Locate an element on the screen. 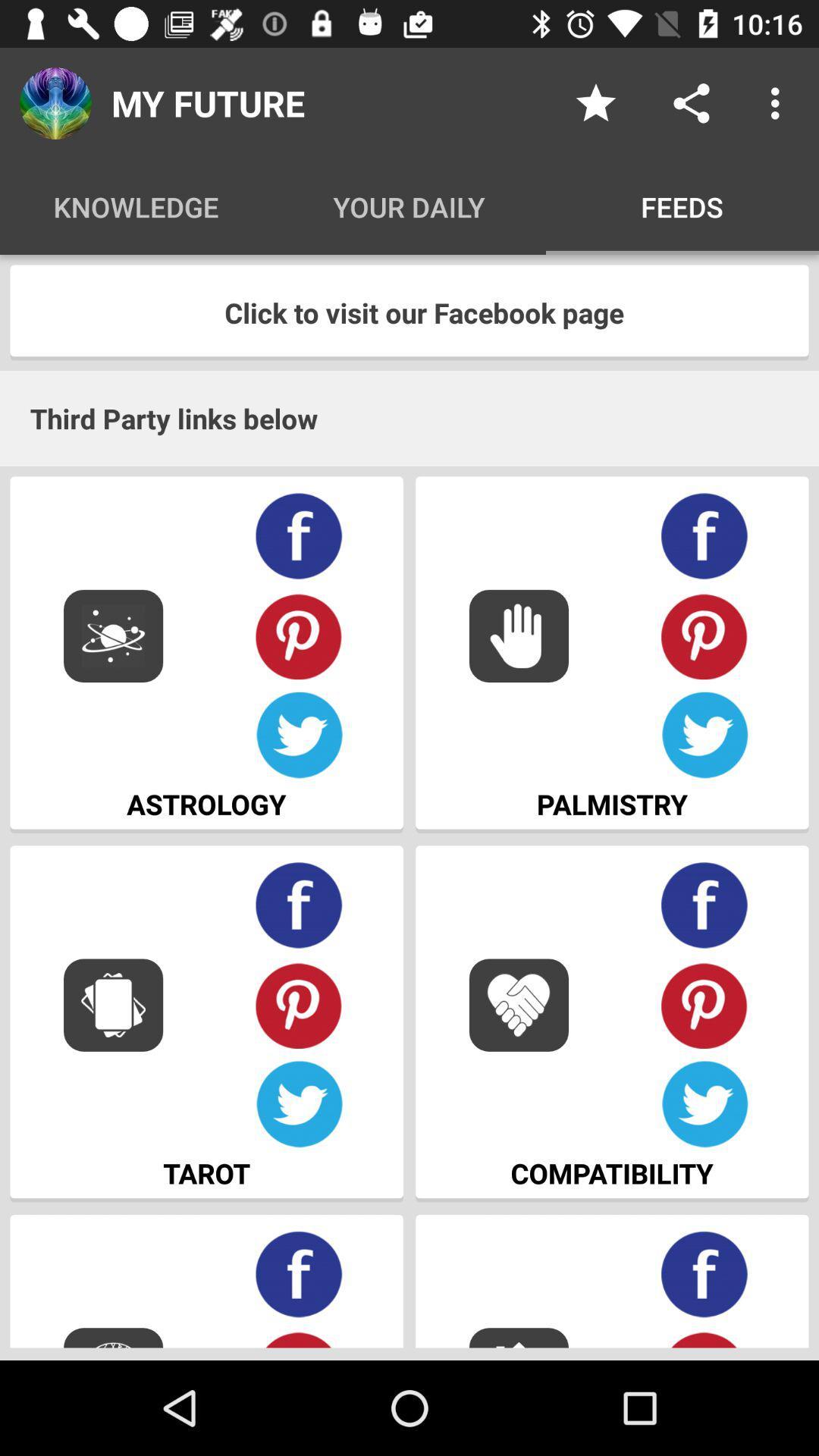 The height and width of the screenshot is (1456, 819). share is located at coordinates (691, 102).